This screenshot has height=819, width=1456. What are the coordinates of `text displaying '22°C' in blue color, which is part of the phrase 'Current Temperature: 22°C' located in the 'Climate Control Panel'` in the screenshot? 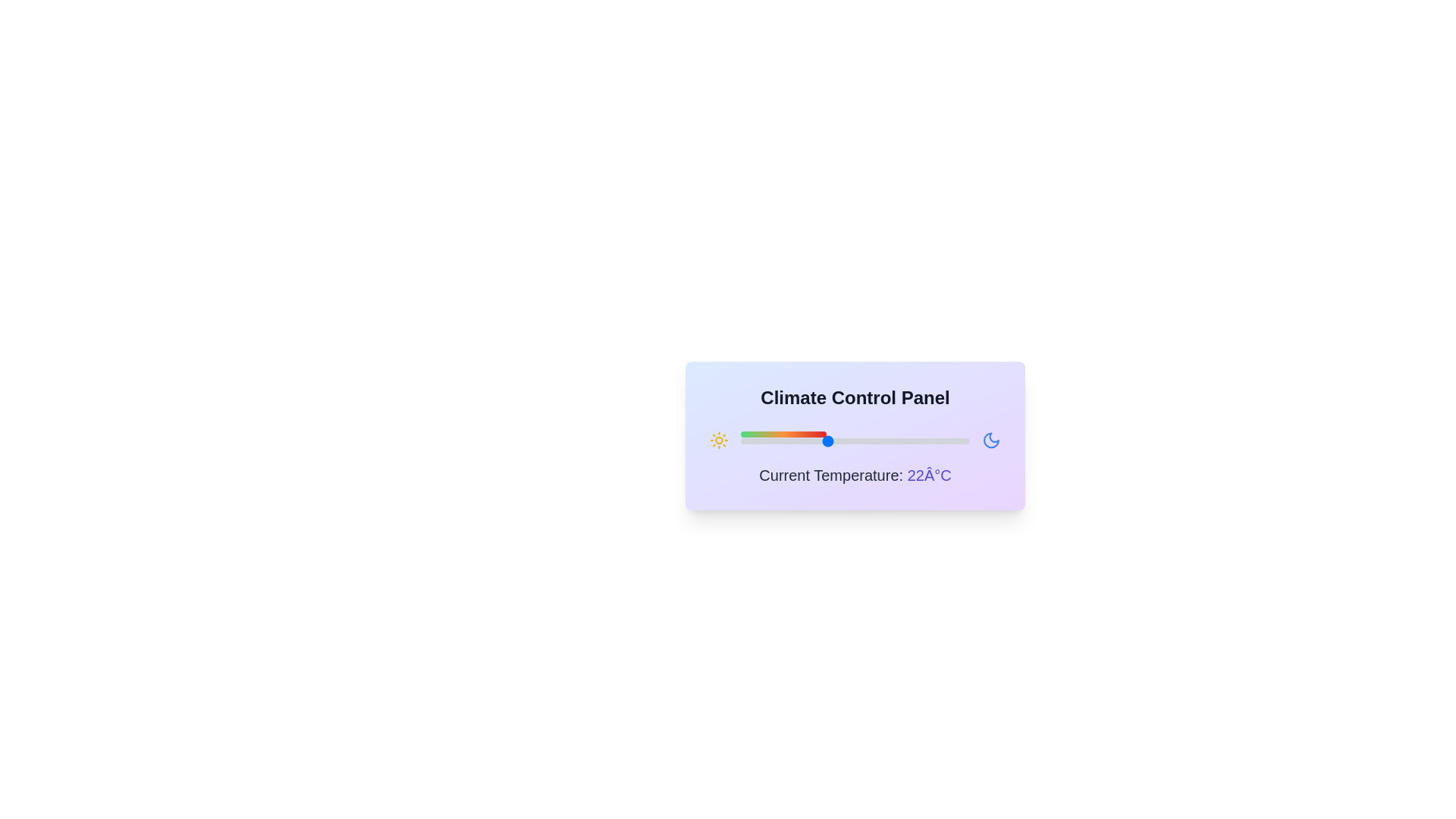 It's located at (928, 475).